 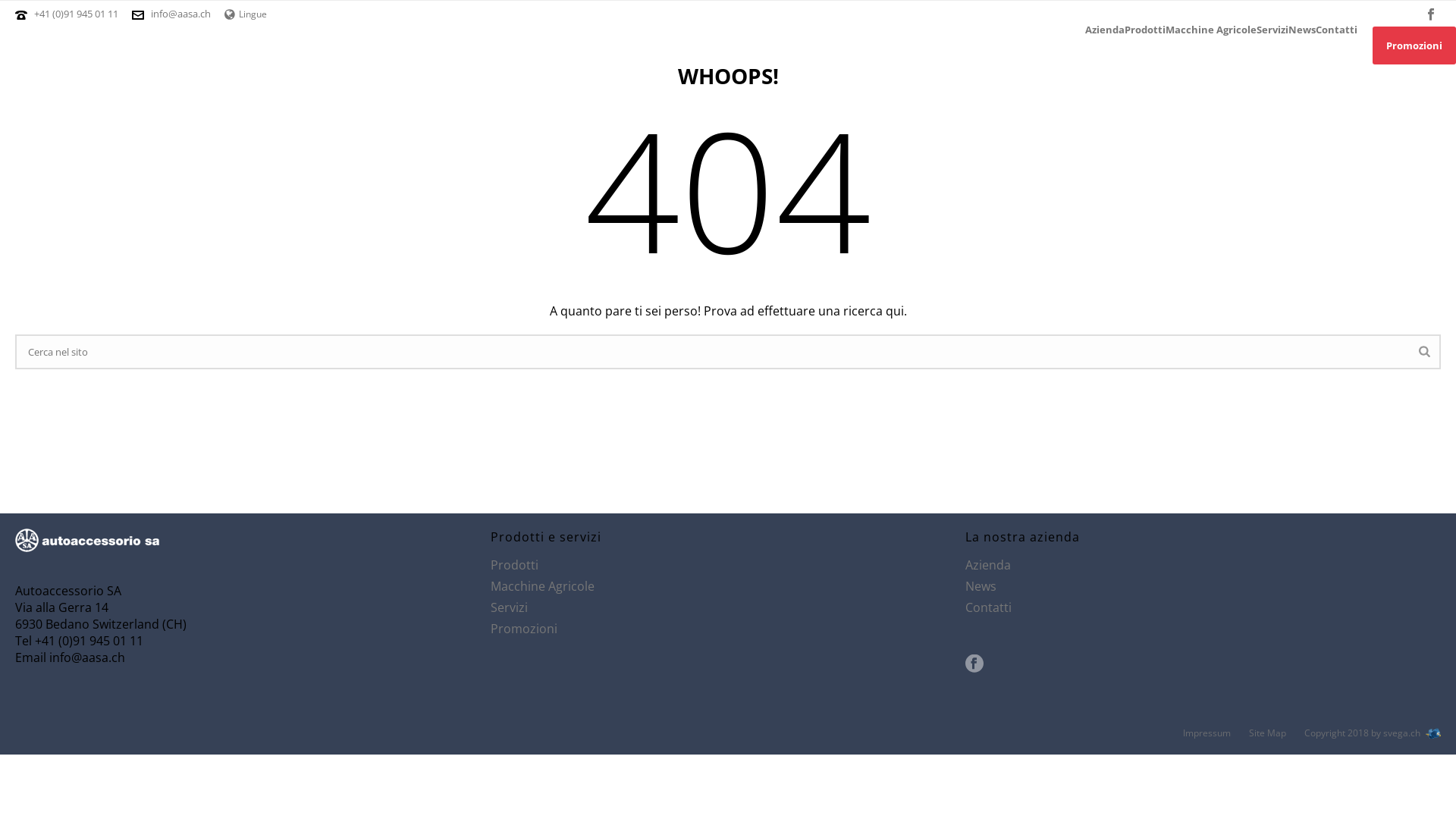 What do you see at coordinates (1267, 733) in the screenshot?
I see `'Site Map'` at bounding box center [1267, 733].